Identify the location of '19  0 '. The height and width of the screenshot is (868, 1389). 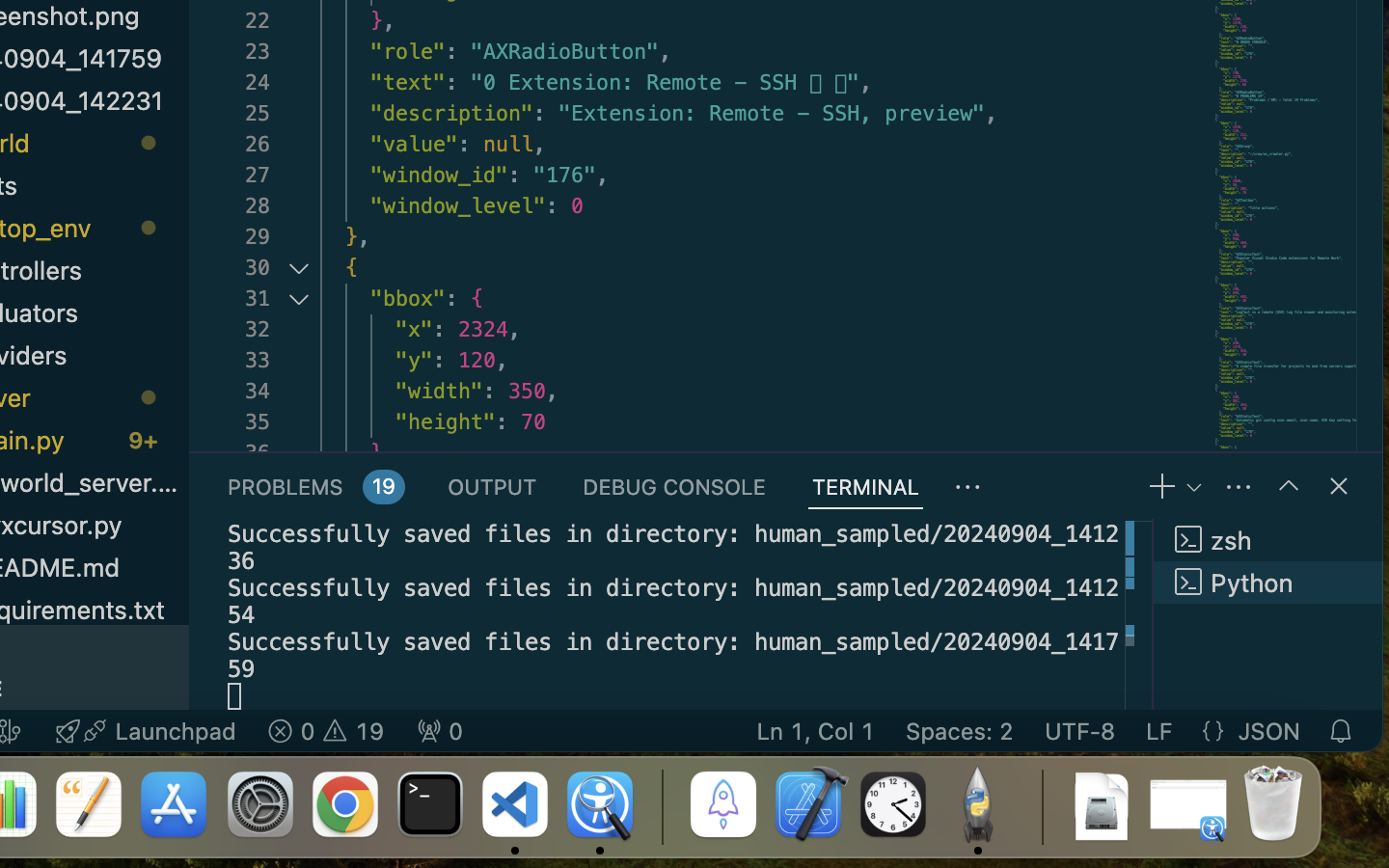
(325, 729).